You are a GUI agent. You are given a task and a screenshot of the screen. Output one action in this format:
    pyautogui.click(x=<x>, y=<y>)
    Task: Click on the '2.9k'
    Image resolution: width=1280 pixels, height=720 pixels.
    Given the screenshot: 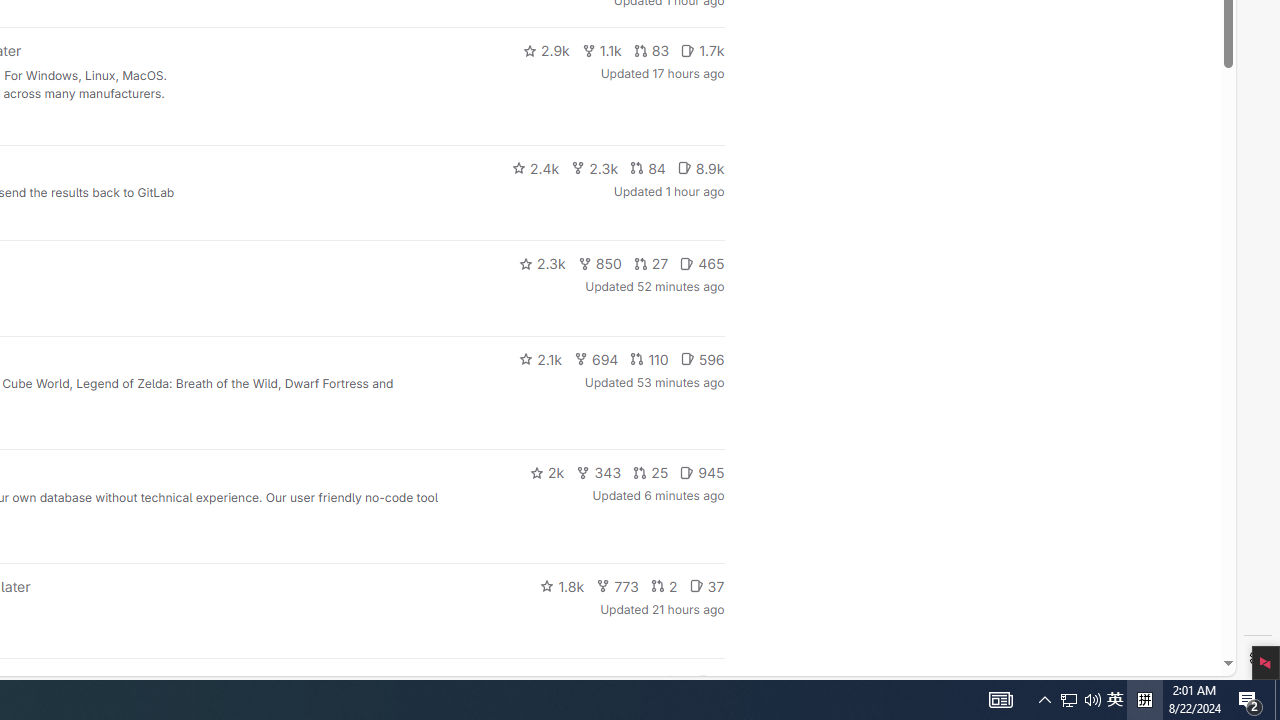 What is the action you would take?
    pyautogui.click(x=545, y=50)
    